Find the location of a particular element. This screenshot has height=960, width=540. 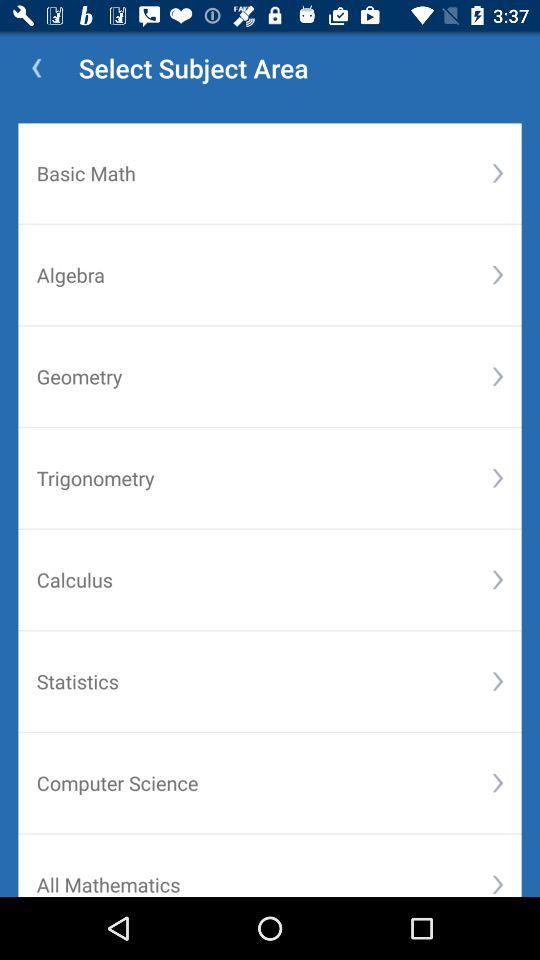

the button right to the text basic math is located at coordinates (496, 172).